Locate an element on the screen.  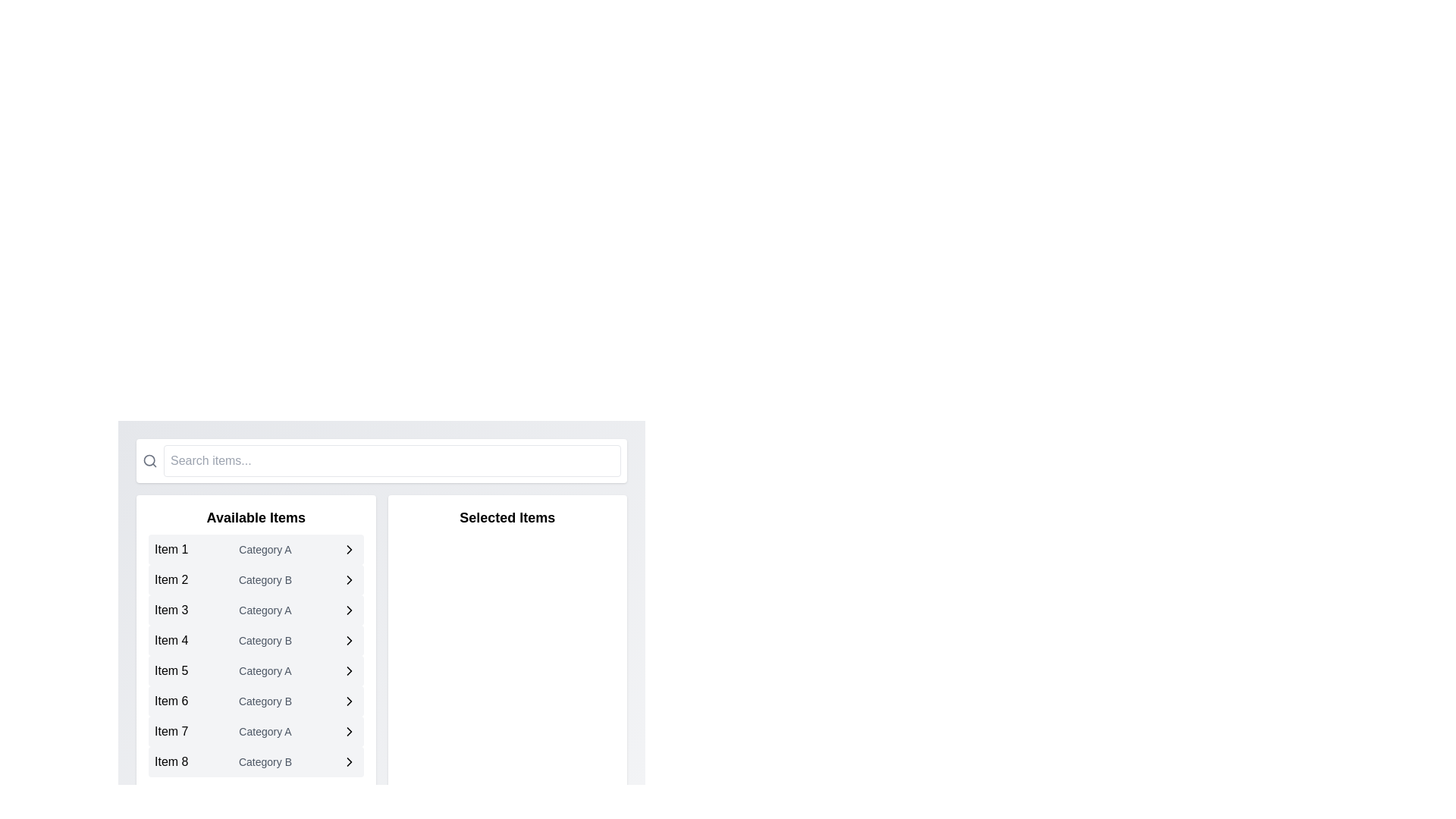
the navigable icon located at the far right of the row 'Item 2 Category B', indicating that the row can be clicked or expanded for further details is located at coordinates (349, 579).